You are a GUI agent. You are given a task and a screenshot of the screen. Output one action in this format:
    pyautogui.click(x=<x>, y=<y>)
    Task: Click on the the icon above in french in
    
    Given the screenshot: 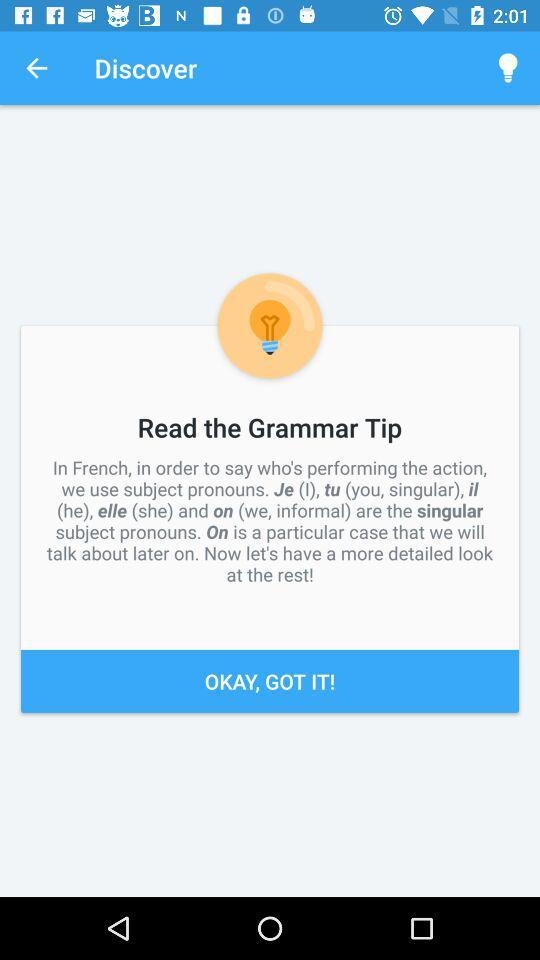 What is the action you would take?
    pyautogui.click(x=36, y=68)
    